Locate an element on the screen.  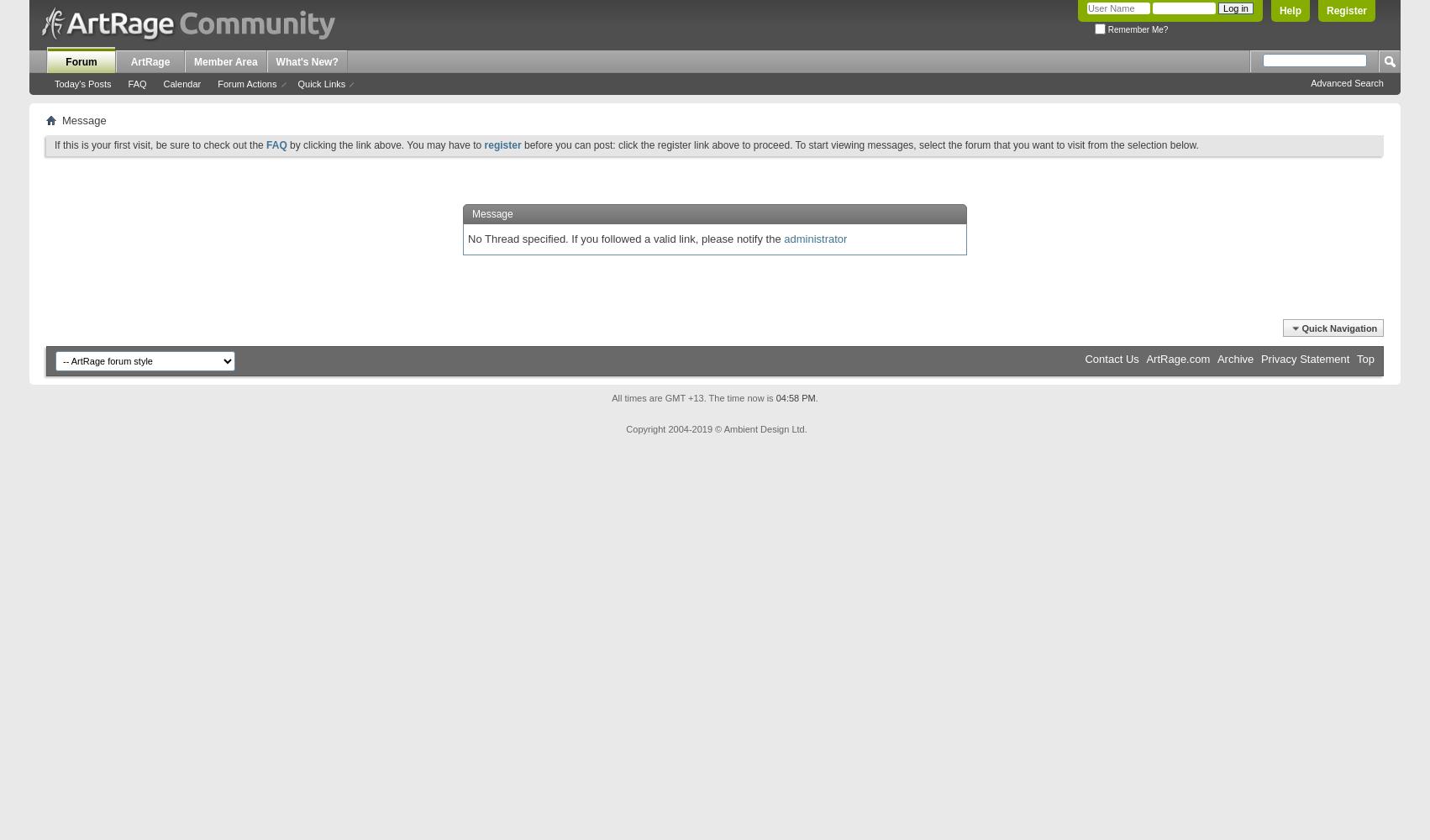
'before you can post: click the register link above to proceed. To start viewing messages,
select the forum that you want to visit from the selection below.' is located at coordinates (859, 144).